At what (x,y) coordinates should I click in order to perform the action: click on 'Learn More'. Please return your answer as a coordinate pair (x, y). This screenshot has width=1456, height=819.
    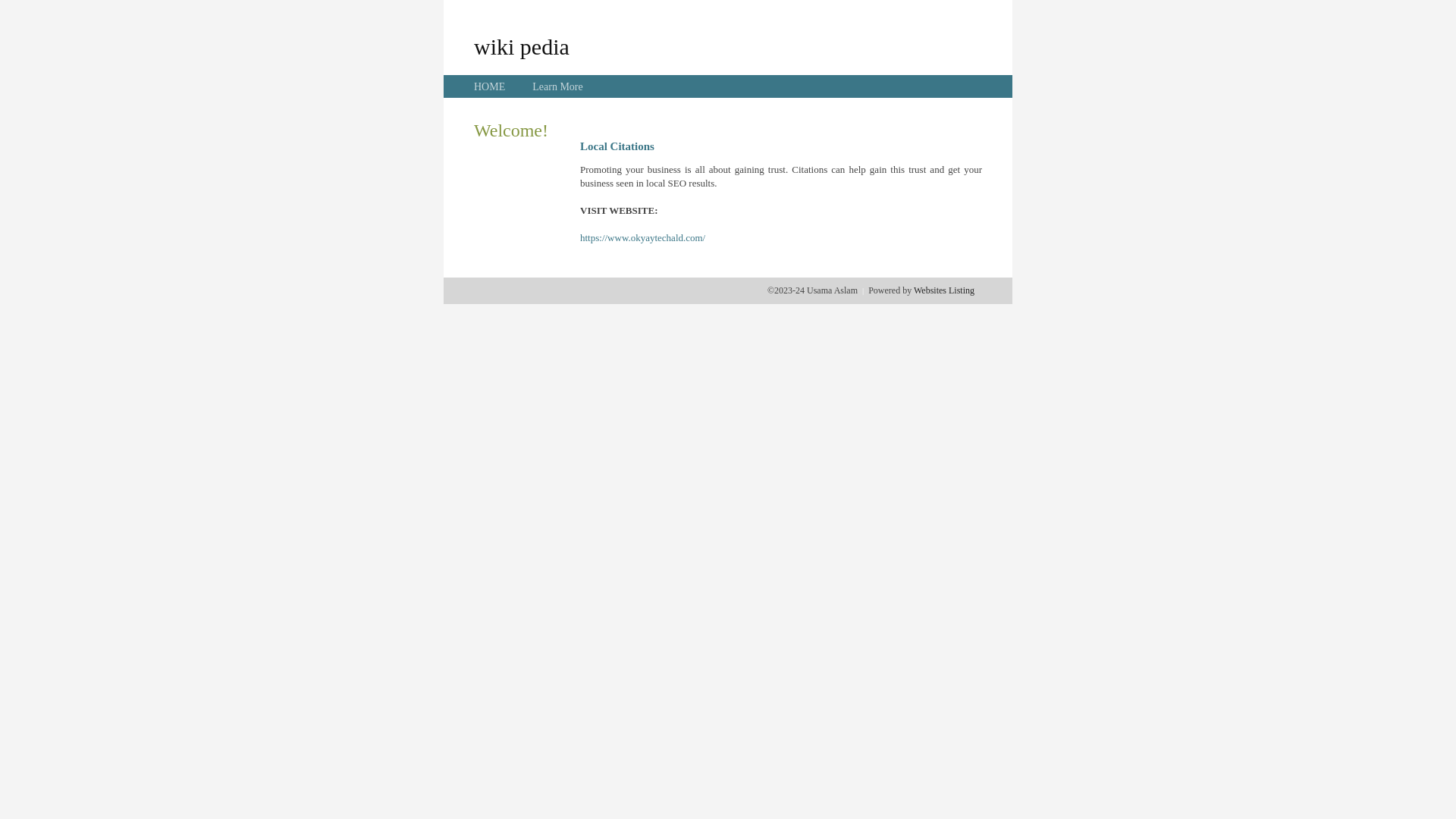
    Looking at the image, I should click on (532, 86).